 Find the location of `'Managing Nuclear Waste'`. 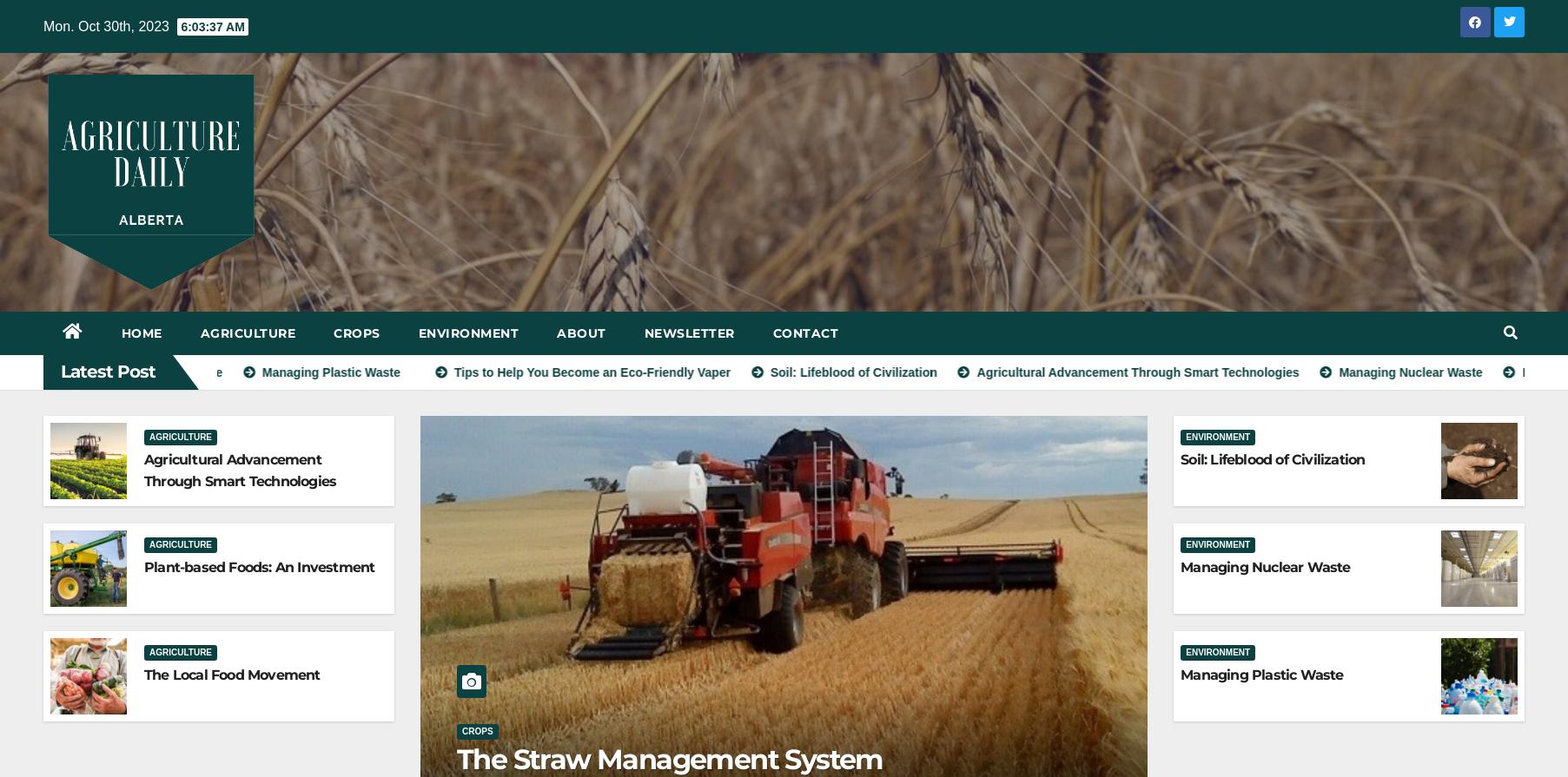

'Managing Nuclear Waste' is located at coordinates (1264, 565).